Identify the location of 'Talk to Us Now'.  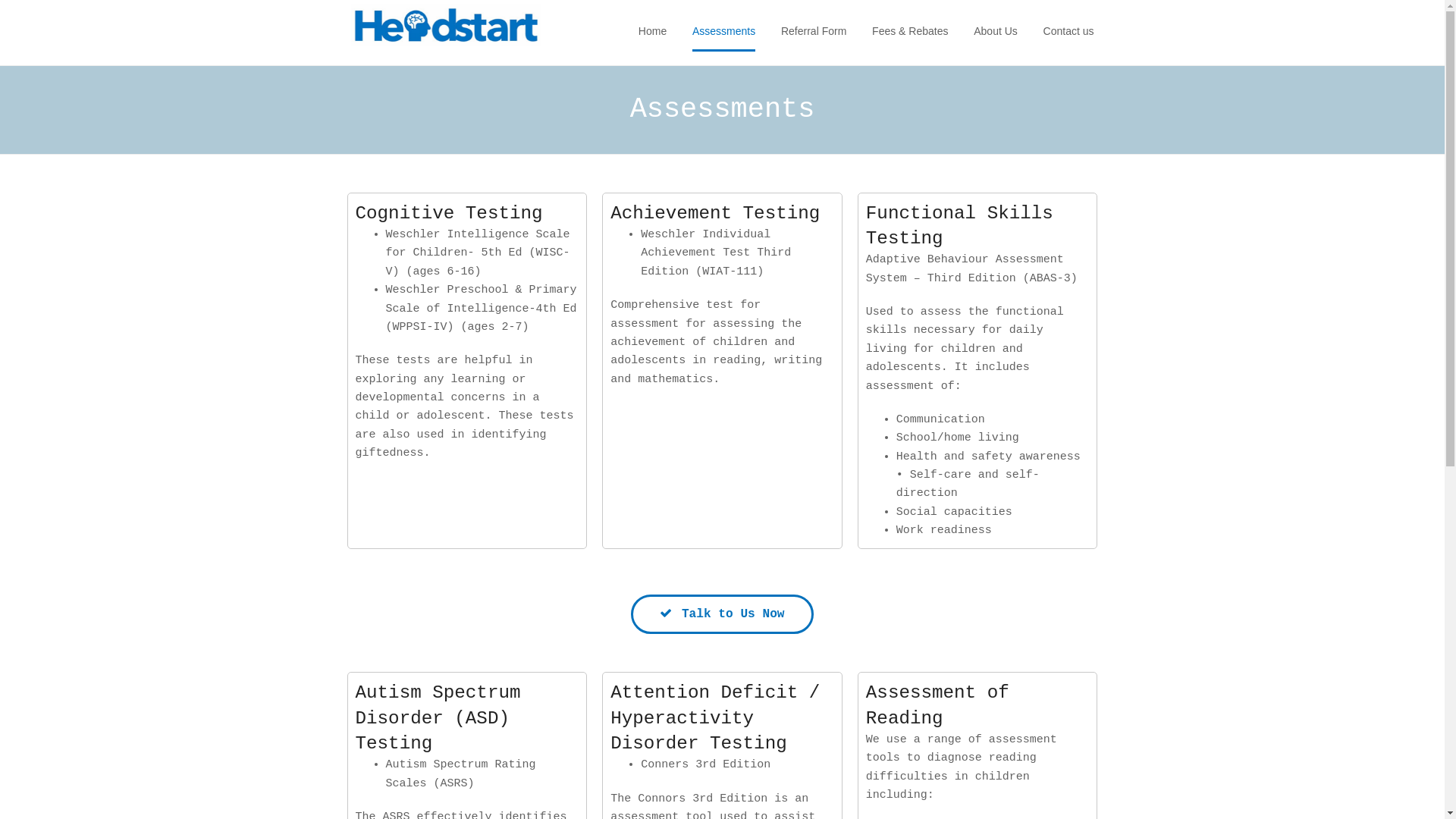
(720, 614).